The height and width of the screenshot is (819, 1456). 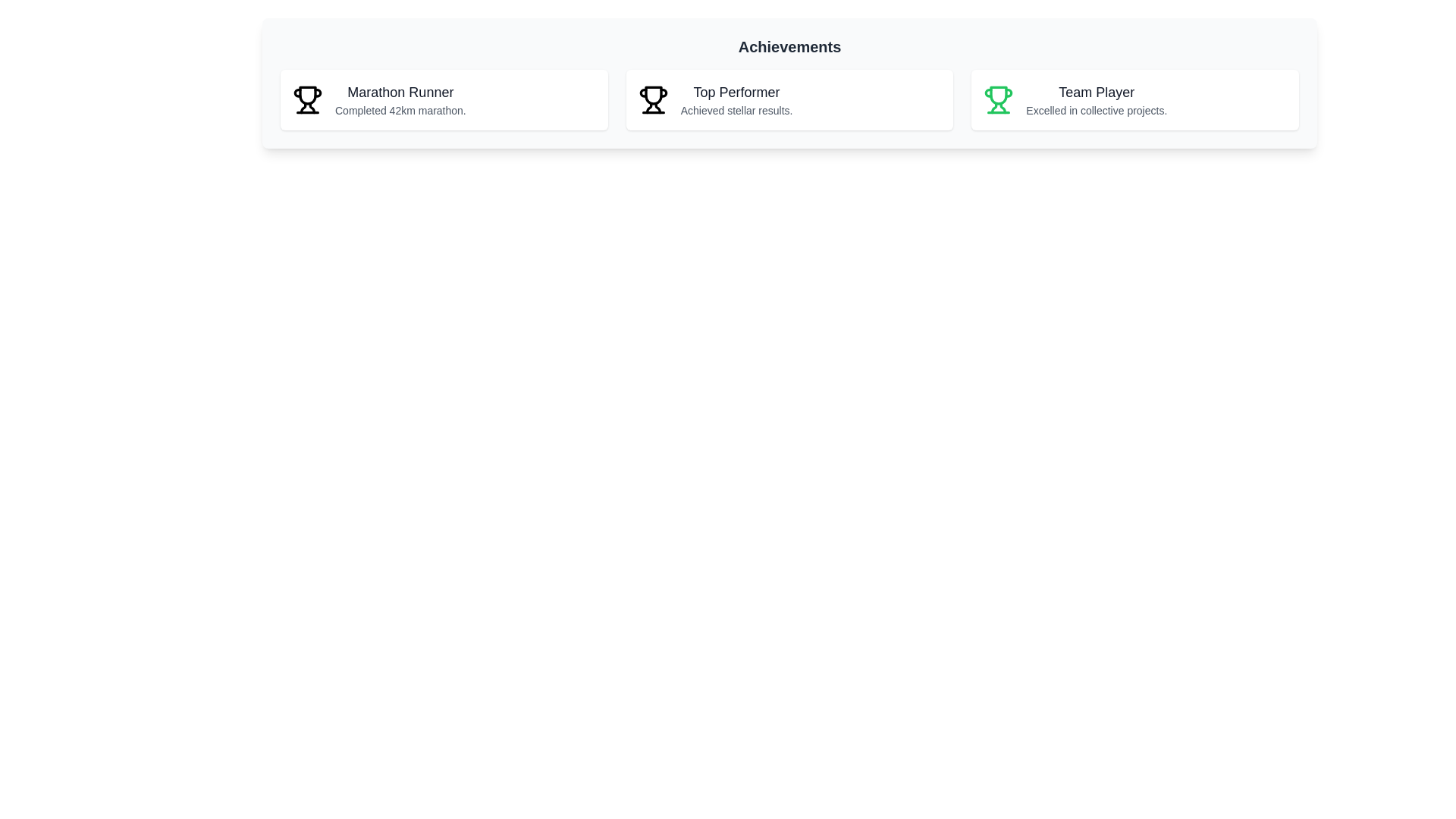 What do you see at coordinates (400, 99) in the screenshot?
I see `the text display component that shows 'Marathon Runner' and 'Completed 42km marathon.' in the leftmost section of the three horizontally aligned sections` at bounding box center [400, 99].